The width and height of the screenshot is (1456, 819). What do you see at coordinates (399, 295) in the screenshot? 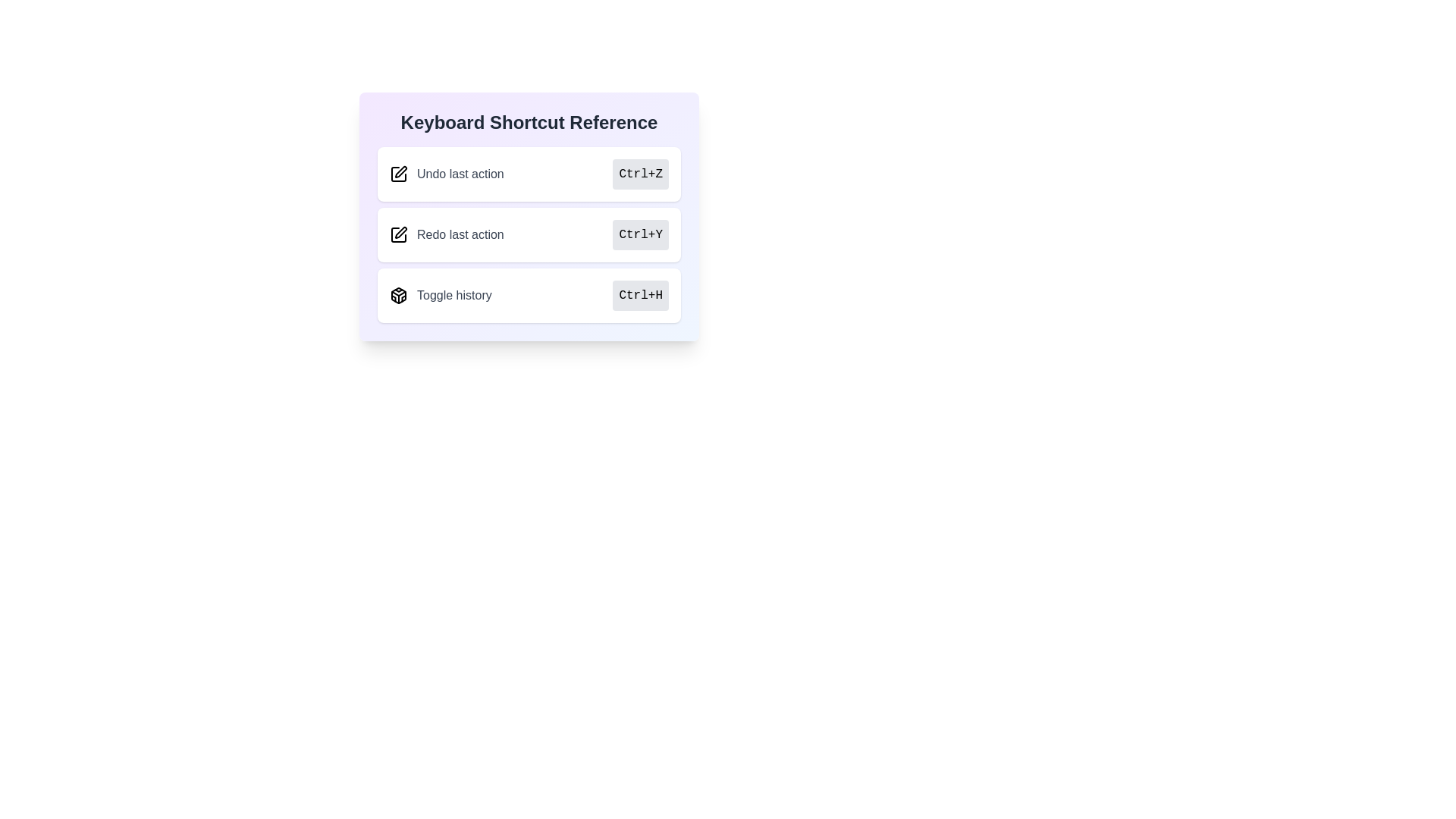
I see `the Cube Icon located to the left of the 'Toggle history' text in the third row of the 'Keyboard Shortcut Reference' card to visually associate it with its corresponding text` at bounding box center [399, 295].